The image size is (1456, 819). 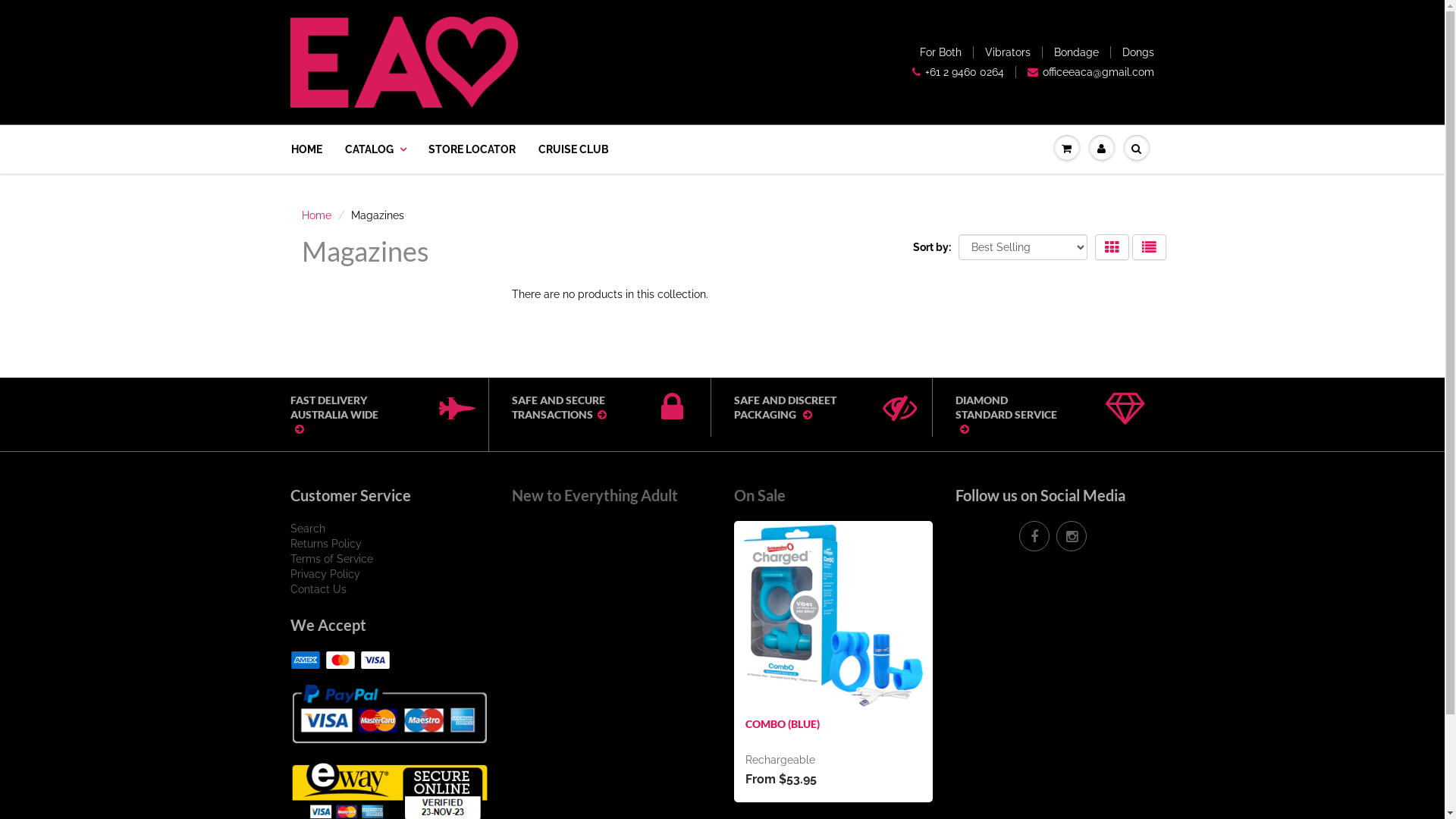 I want to click on 'COMBO (BLUE)', so click(x=782, y=723).